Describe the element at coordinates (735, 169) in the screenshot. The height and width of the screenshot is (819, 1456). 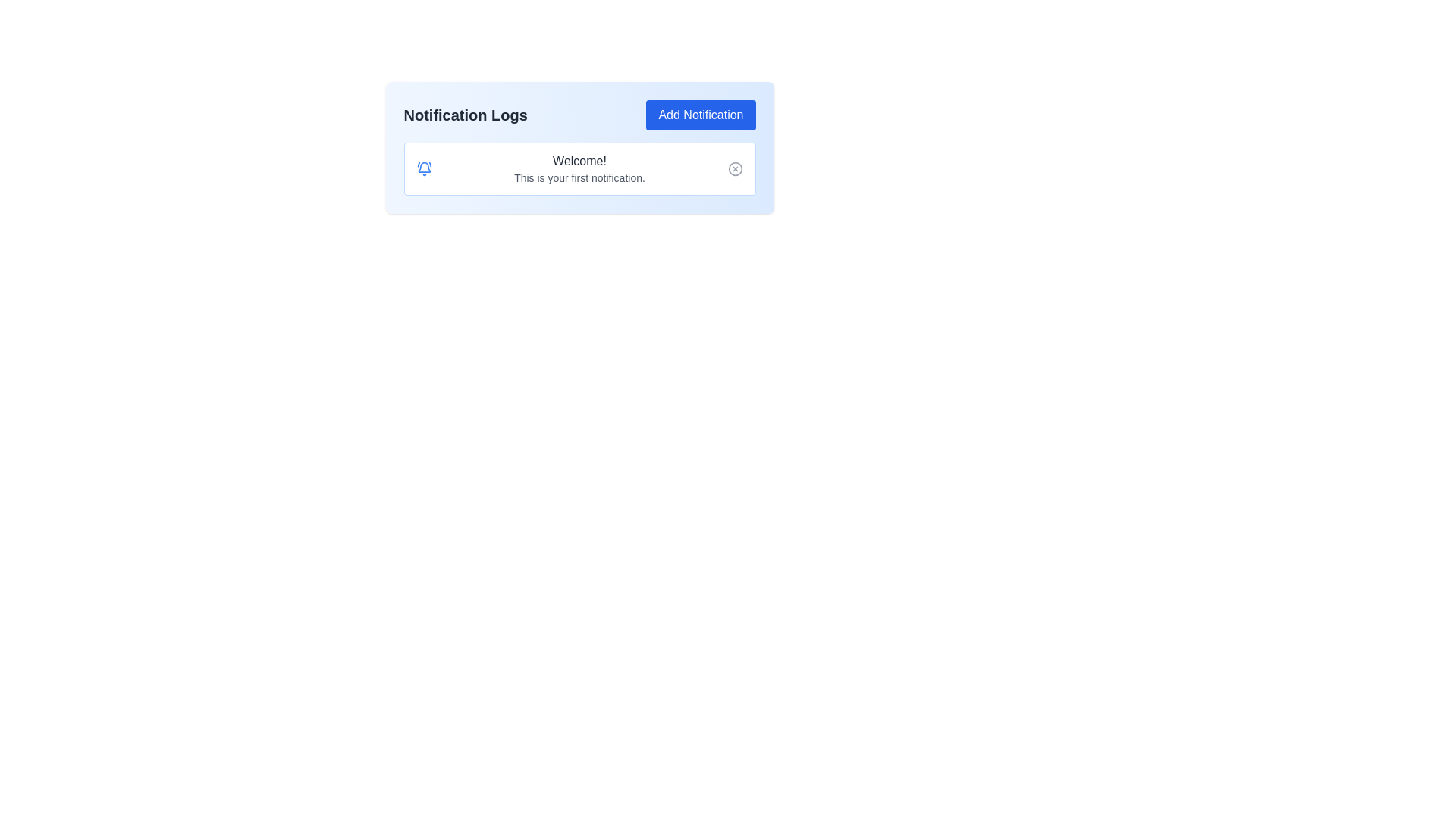
I see `the decorative SVG Circle element that is part of the 'close' icon on the right side of the notification bar displaying 'Welcome! This is your first notification.'` at that location.